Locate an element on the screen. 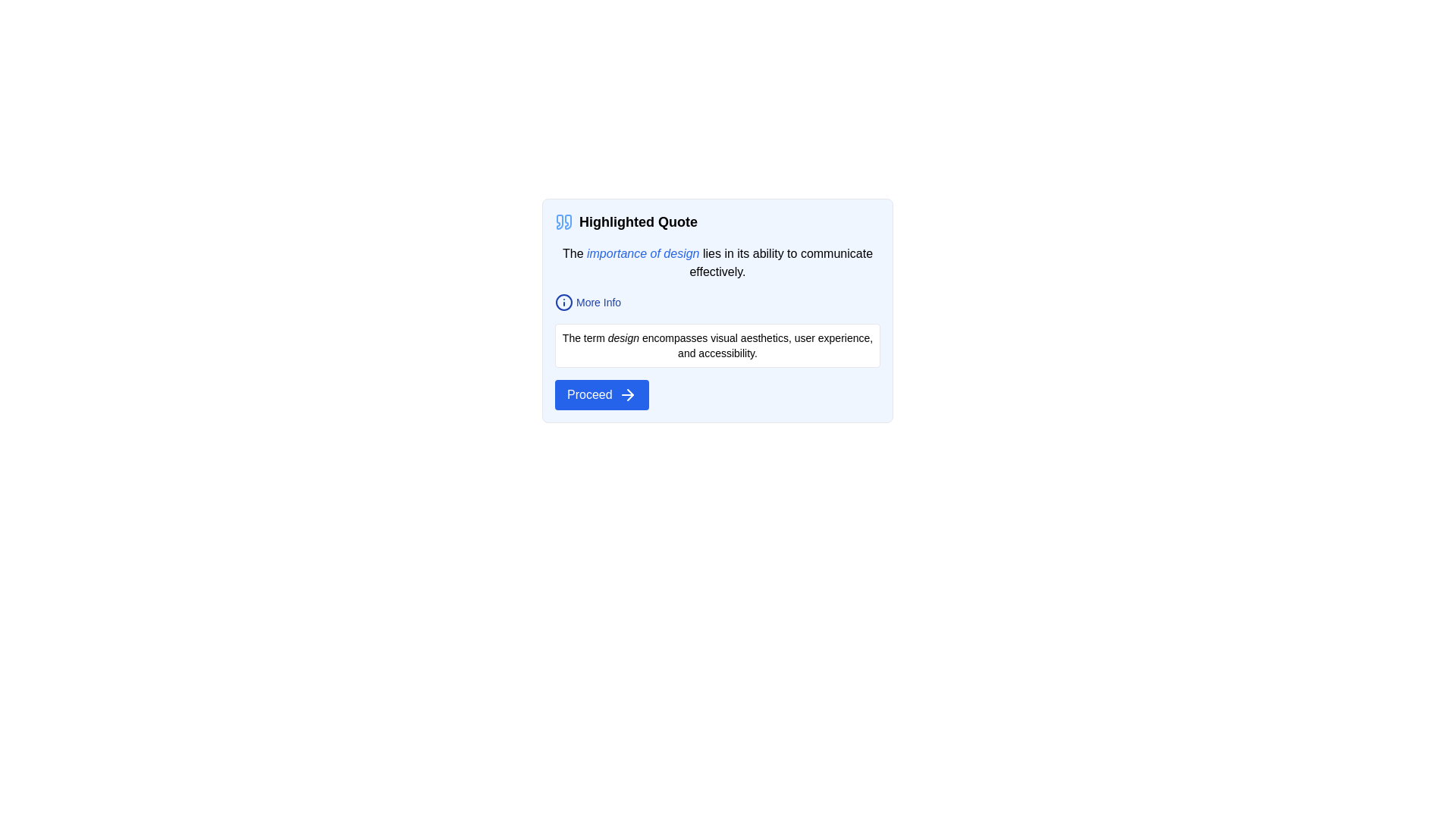 The image size is (1456, 819). the presence of the SVG-based arrow icon located inside the 'Proceed' button at the bottom of the card, positioned to the right of the 'Proceed' text is located at coordinates (627, 394).